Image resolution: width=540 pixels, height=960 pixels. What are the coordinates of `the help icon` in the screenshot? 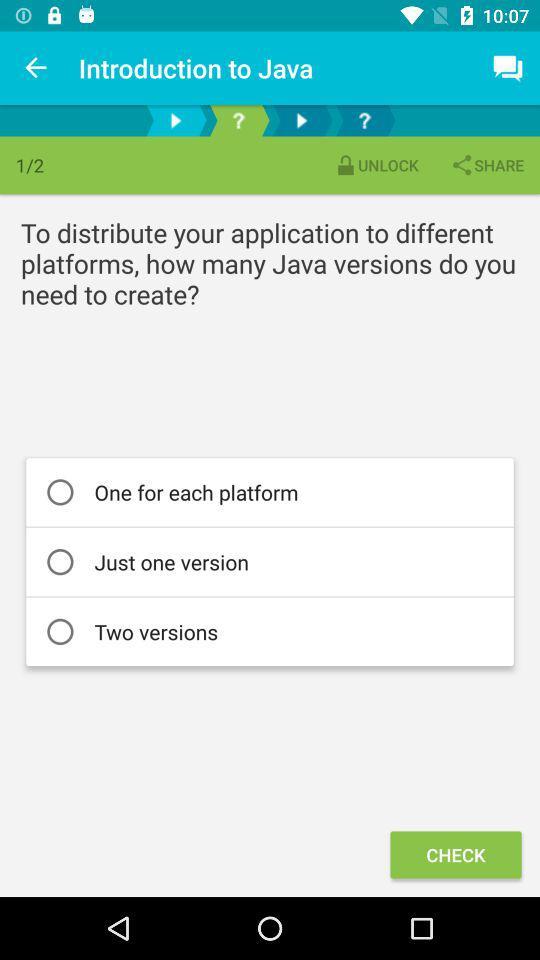 It's located at (363, 120).